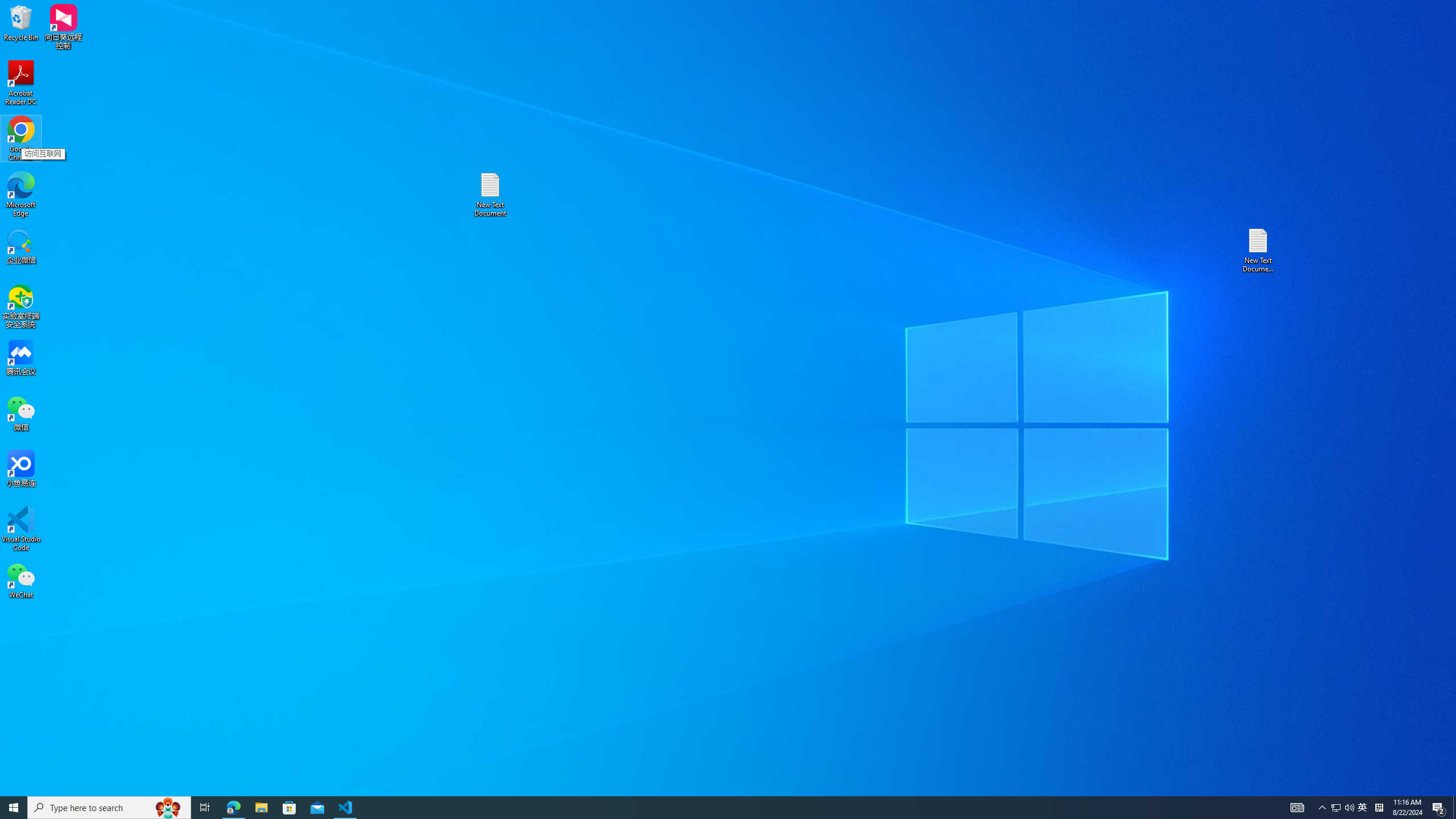  Describe the element at coordinates (1379, 806) in the screenshot. I see `'Tray Input Indicator - Chinese (Simplified, China)'` at that location.